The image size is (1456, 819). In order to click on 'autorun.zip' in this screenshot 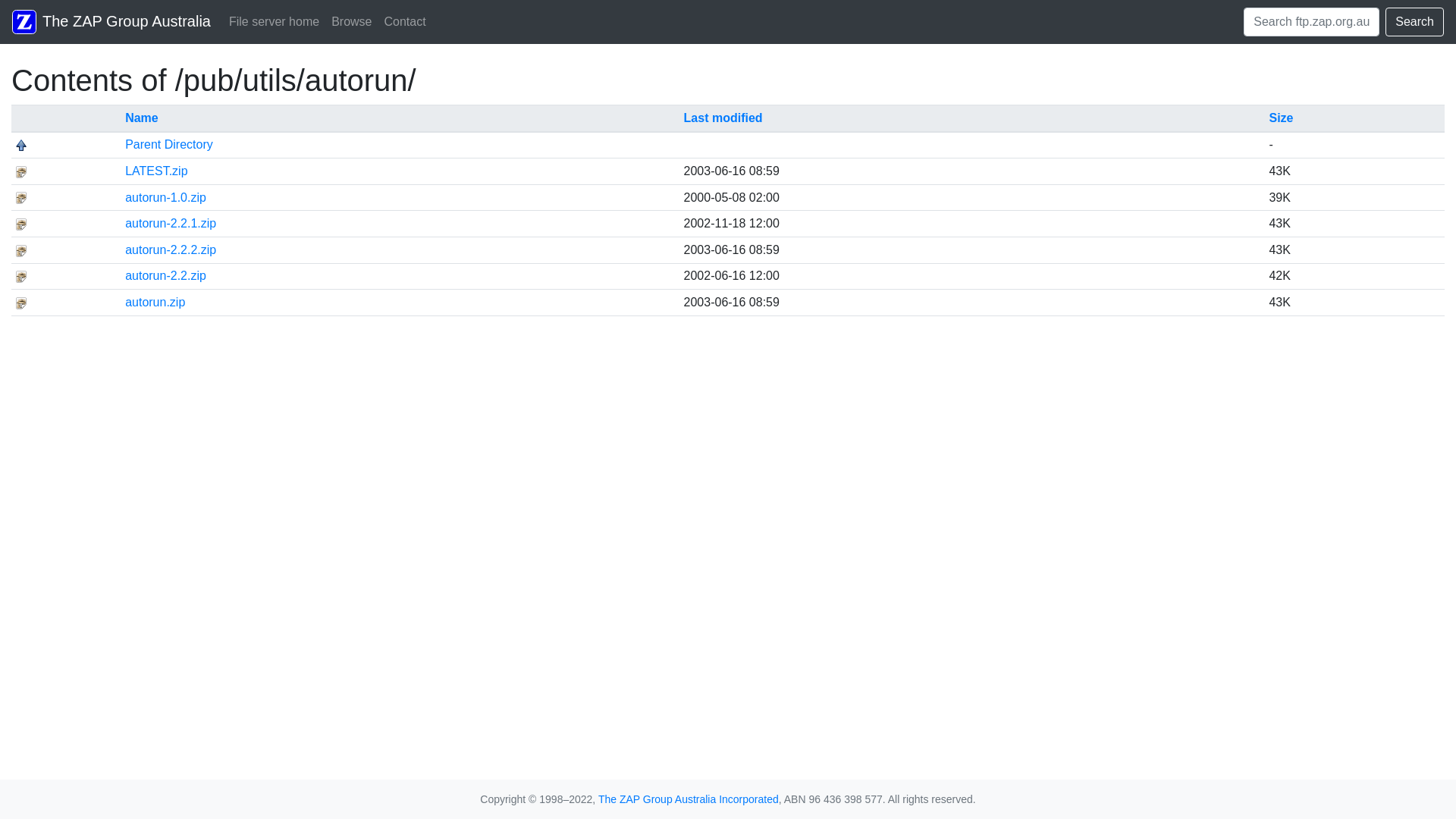, I will do `click(124, 302)`.